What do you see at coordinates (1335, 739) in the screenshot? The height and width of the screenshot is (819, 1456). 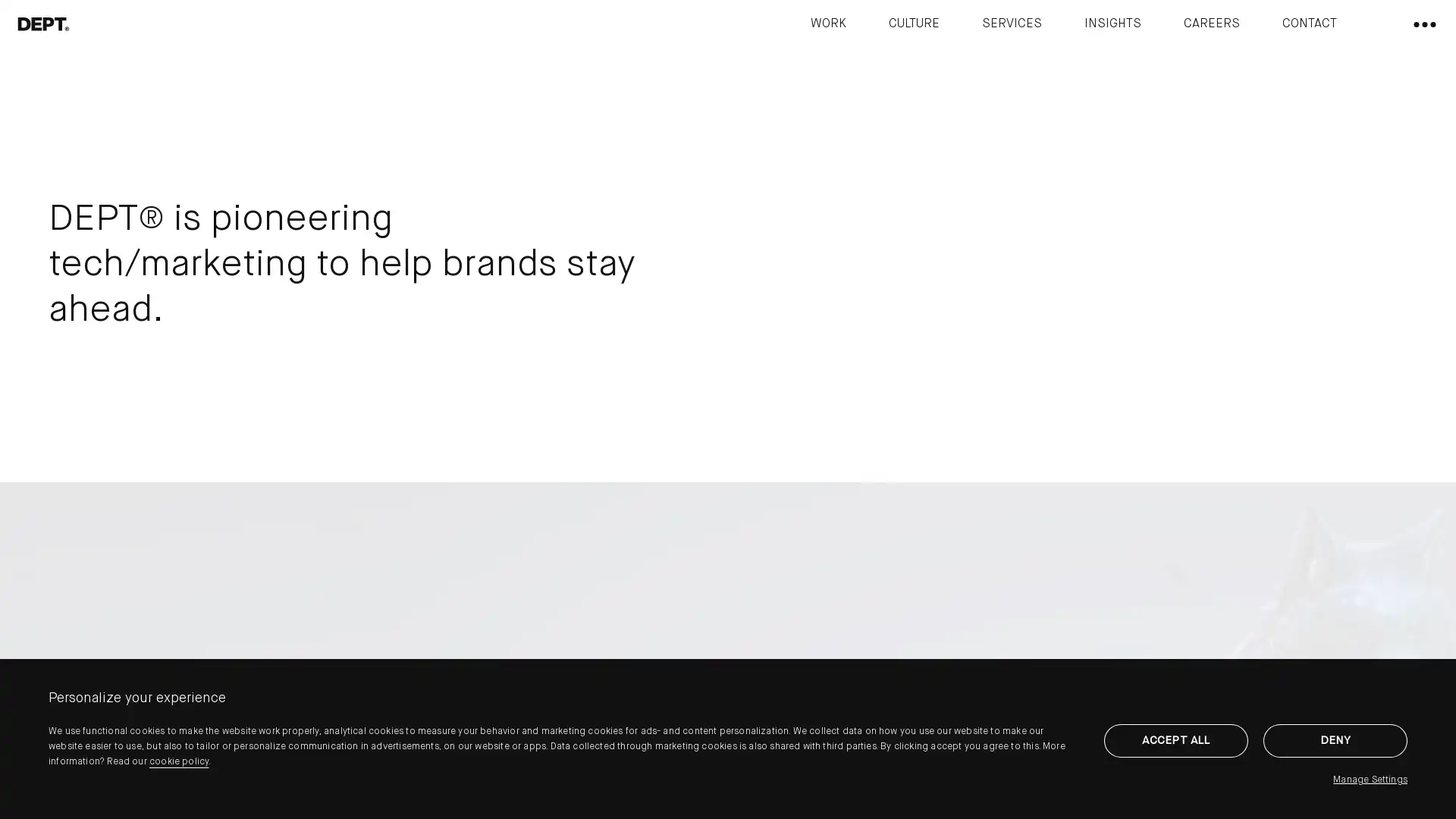 I see `DENY` at bounding box center [1335, 739].